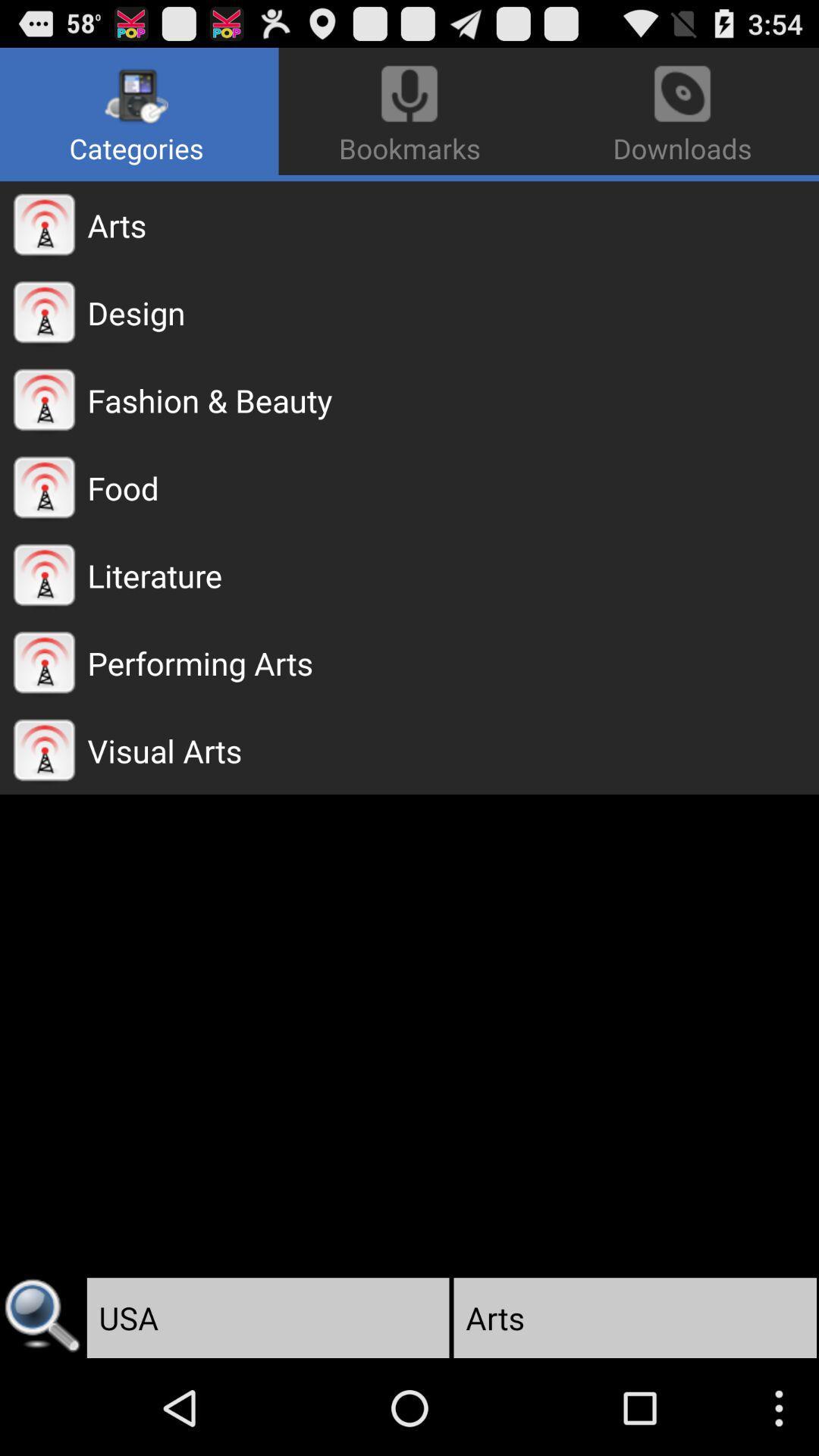  I want to click on literature app, so click(452, 574).